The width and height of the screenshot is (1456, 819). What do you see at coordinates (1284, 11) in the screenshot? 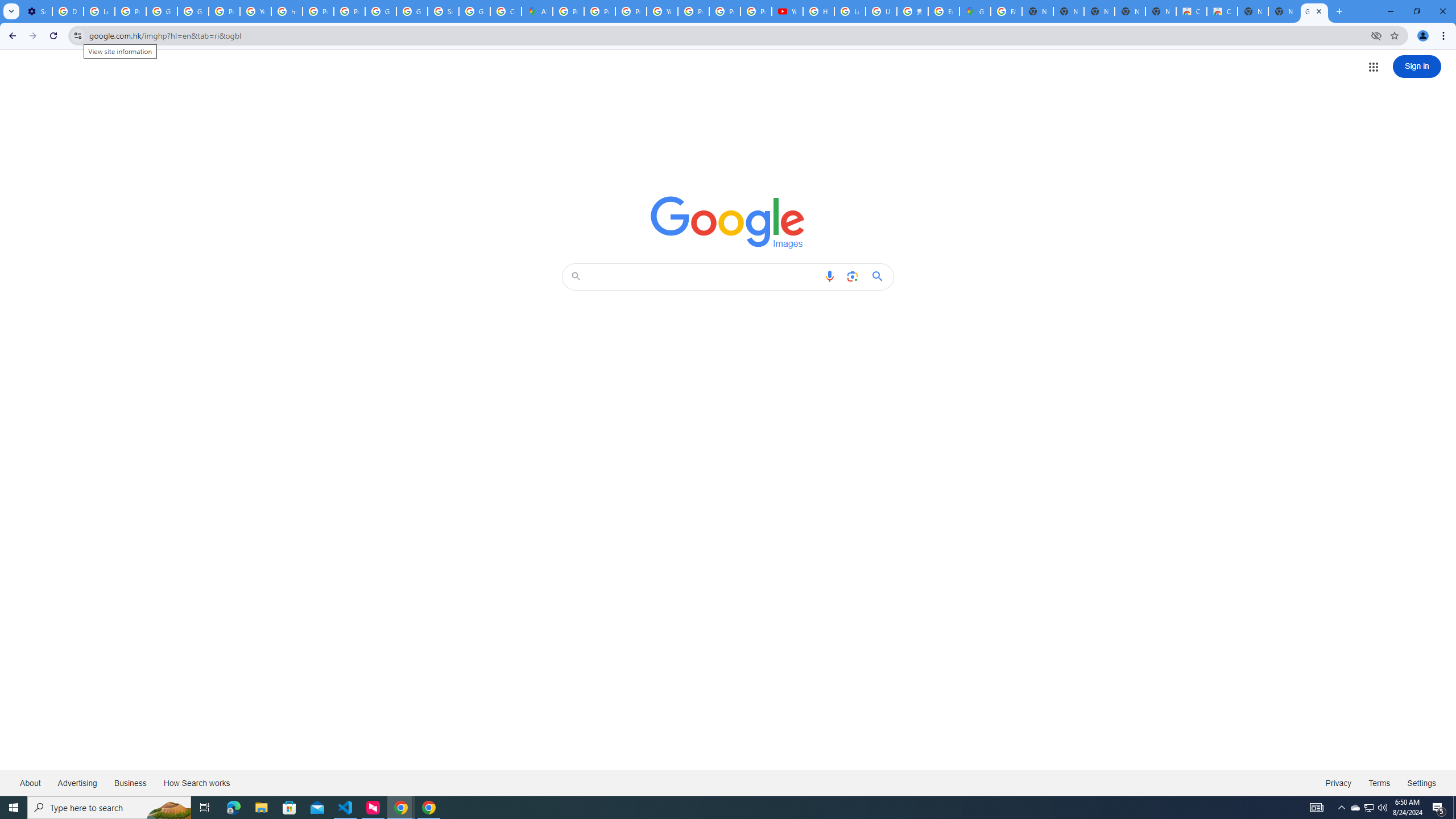
I see `'New Tab'` at bounding box center [1284, 11].